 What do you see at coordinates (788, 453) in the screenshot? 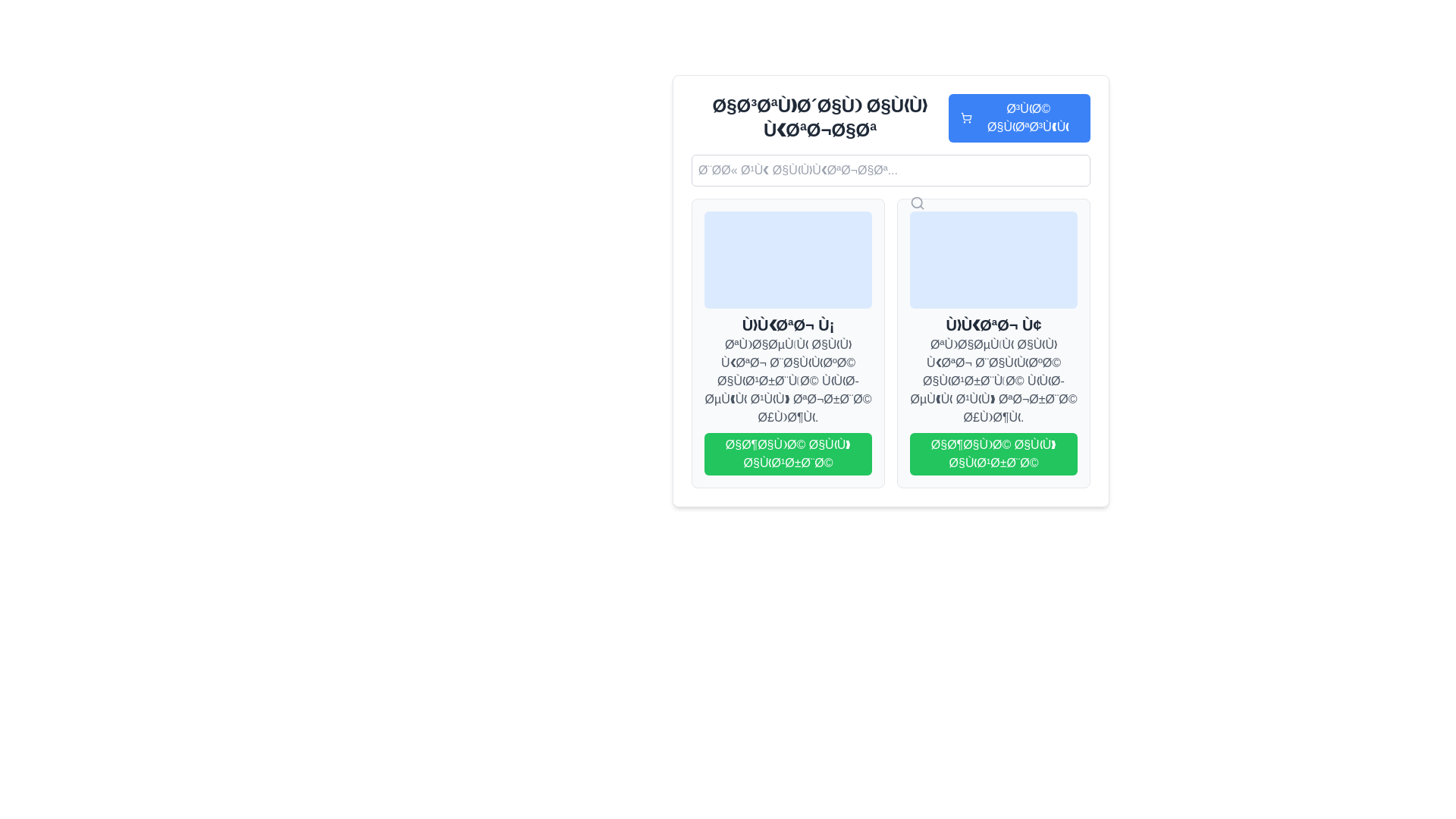
I see `the button located below the product description in Arabic` at bounding box center [788, 453].